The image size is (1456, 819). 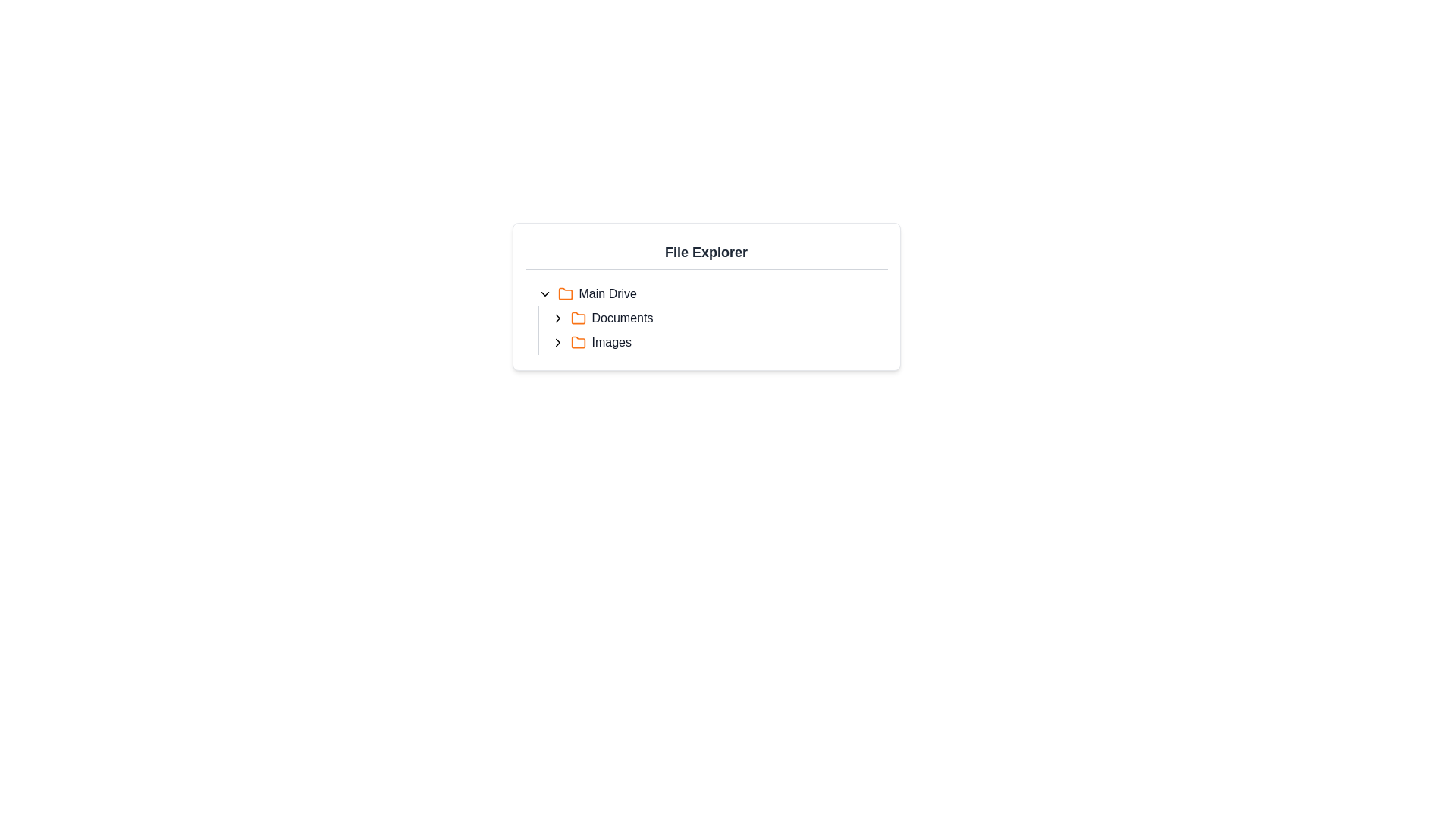 What do you see at coordinates (577, 318) in the screenshot?
I see `the folder icon labeled 'Documents' located in the second row of the file structure` at bounding box center [577, 318].